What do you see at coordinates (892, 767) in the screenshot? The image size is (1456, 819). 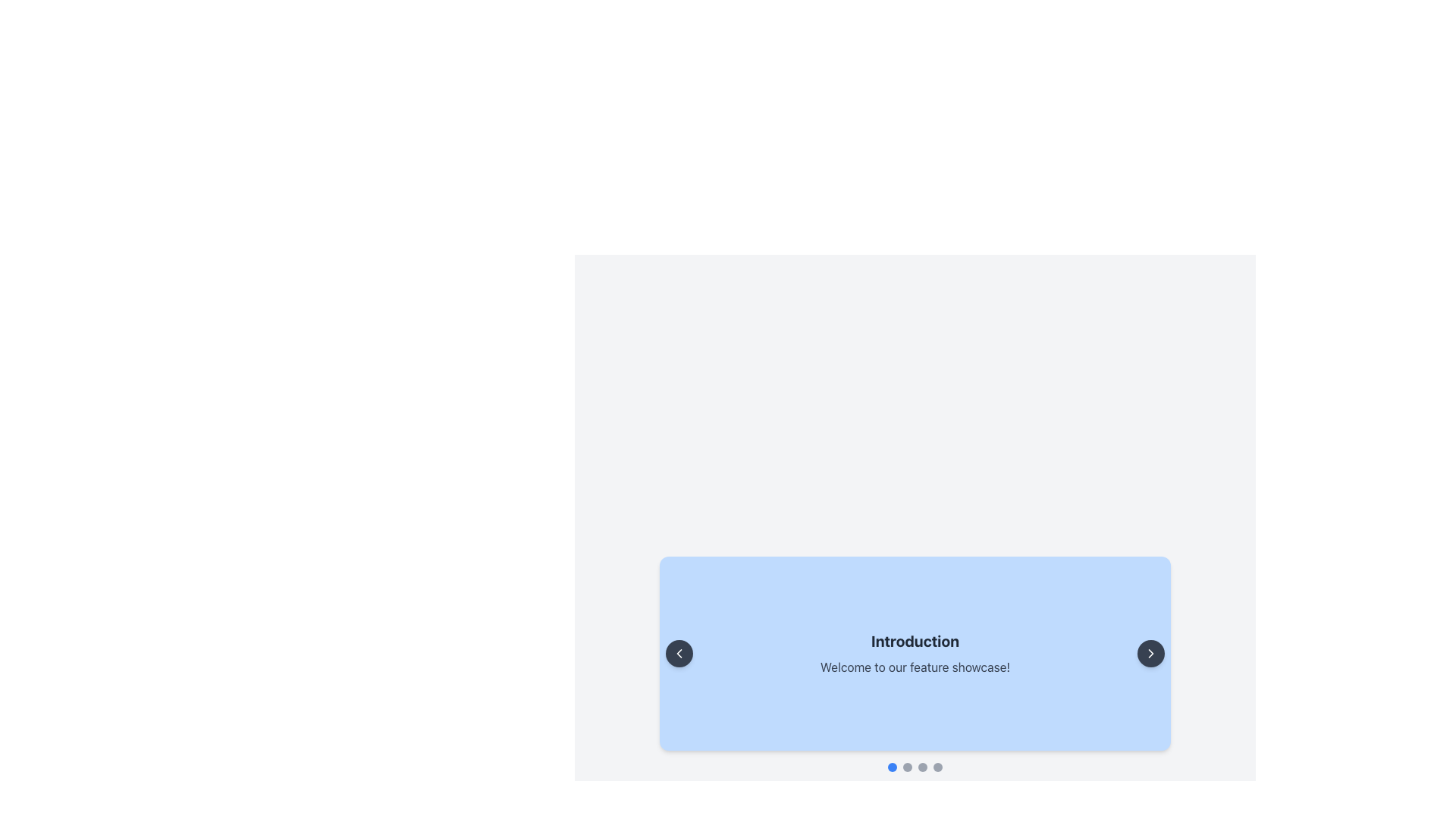 I see `the blue circular pagination indicator, which is the first of four horizontally aligned indicators` at bounding box center [892, 767].